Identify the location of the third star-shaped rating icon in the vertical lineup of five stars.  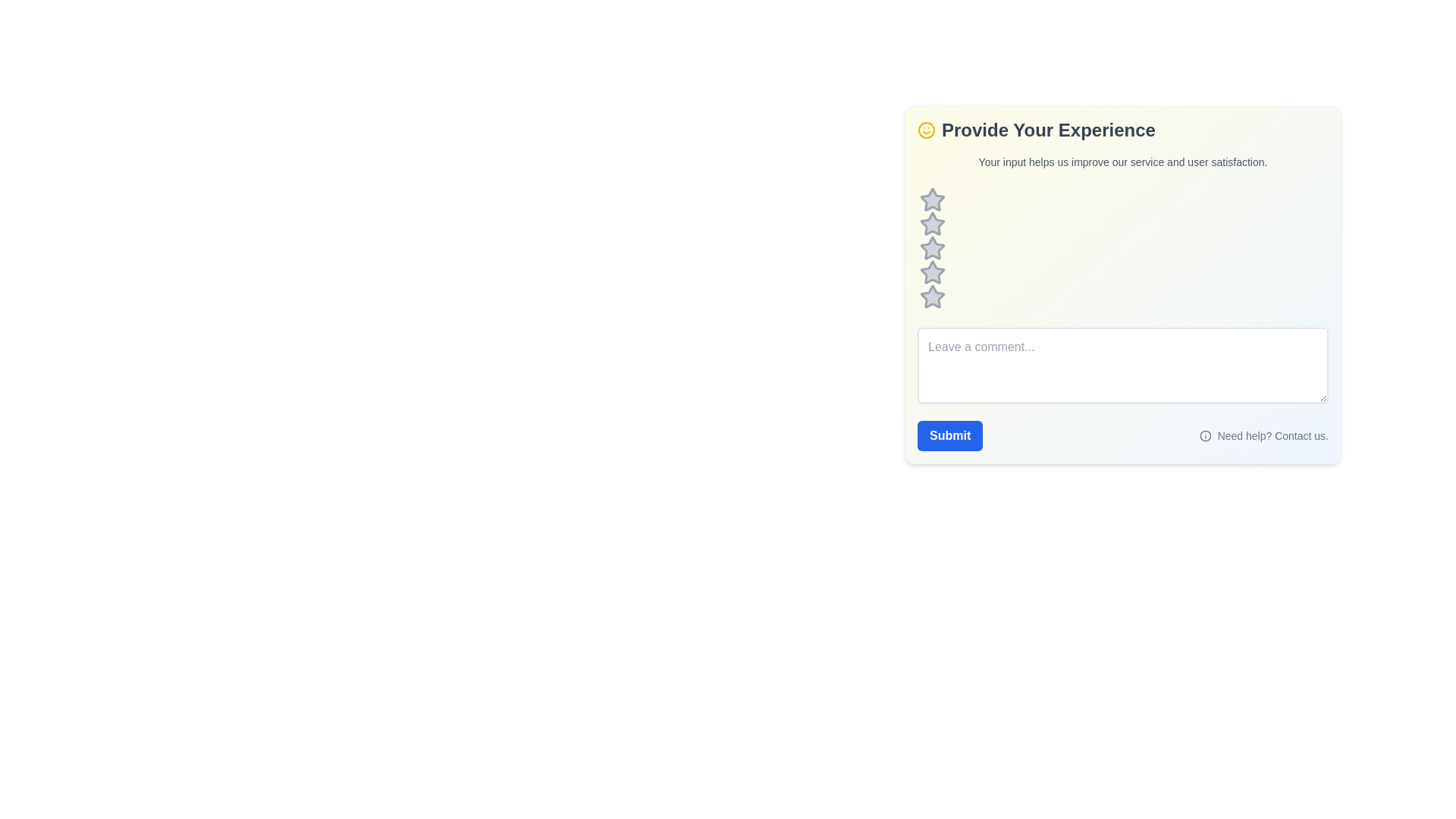
(931, 247).